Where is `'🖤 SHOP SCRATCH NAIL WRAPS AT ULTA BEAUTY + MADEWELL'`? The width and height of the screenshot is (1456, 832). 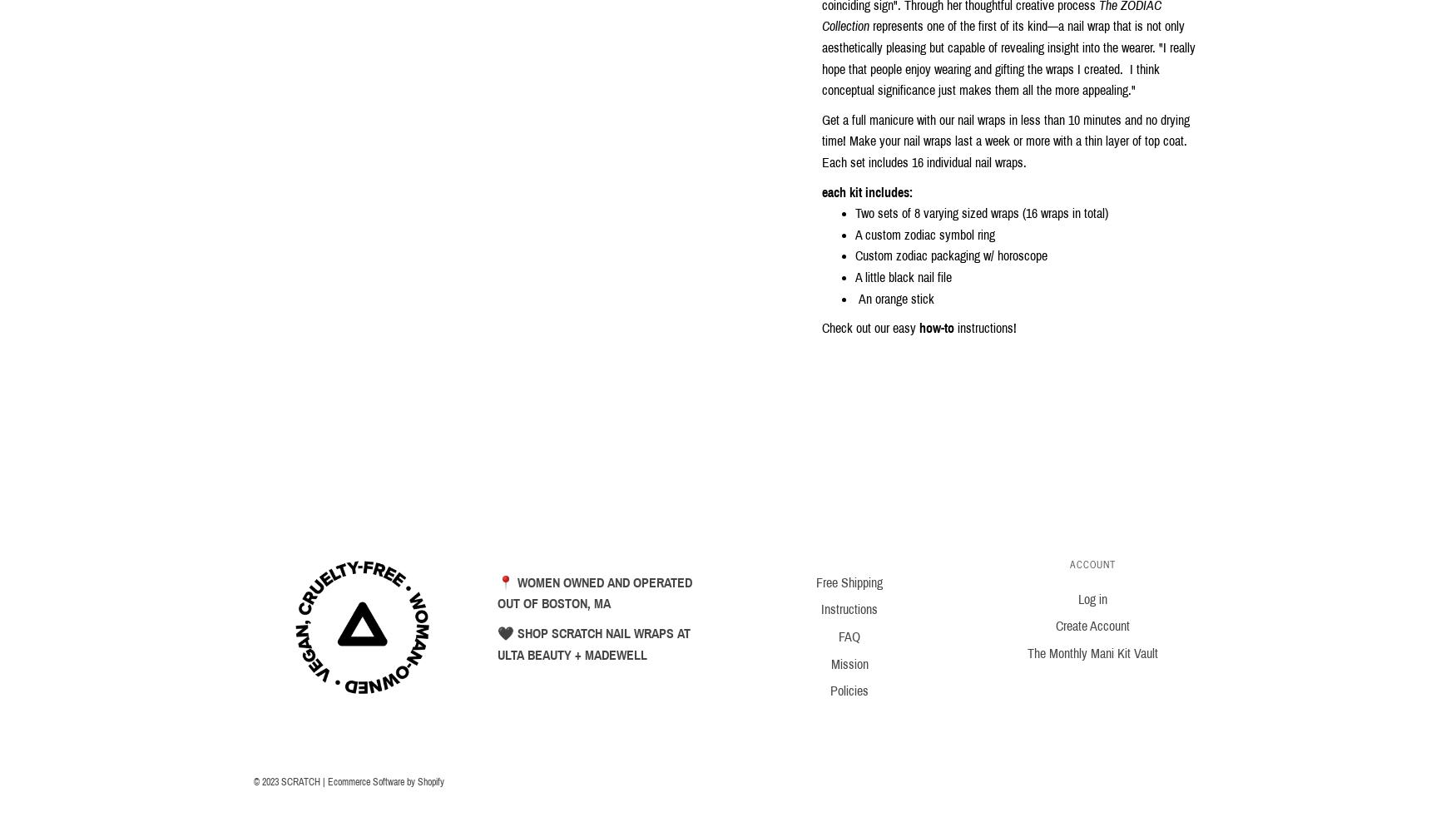
'🖤 SHOP SCRATCH NAIL WRAPS AT ULTA BEAUTY + MADEWELL' is located at coordinates (496, 644).